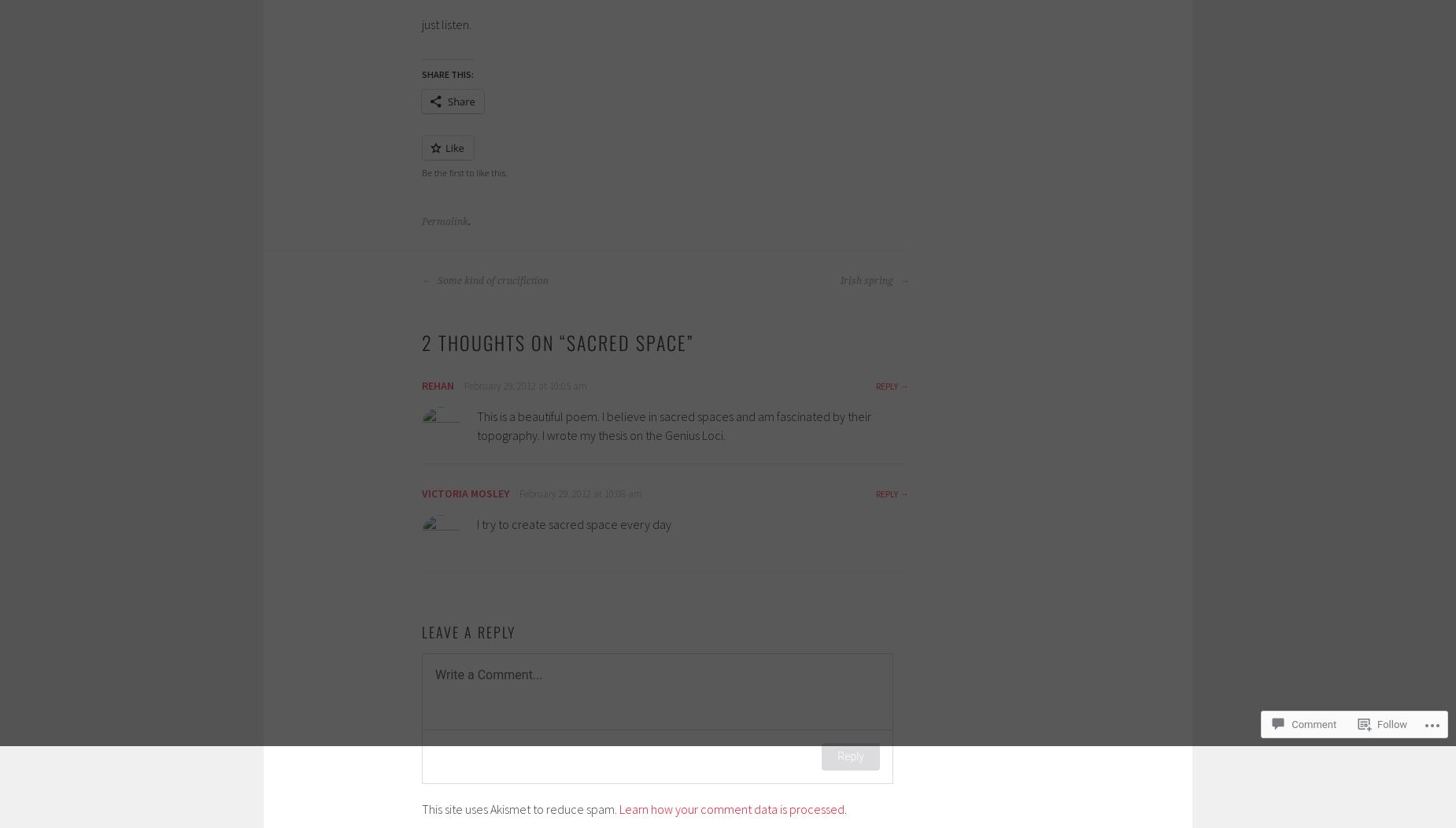  Describe the element at coordinates (520, 808) in the screenshot. I see `'This site uses Akismet to reduce spam.'` at that location.